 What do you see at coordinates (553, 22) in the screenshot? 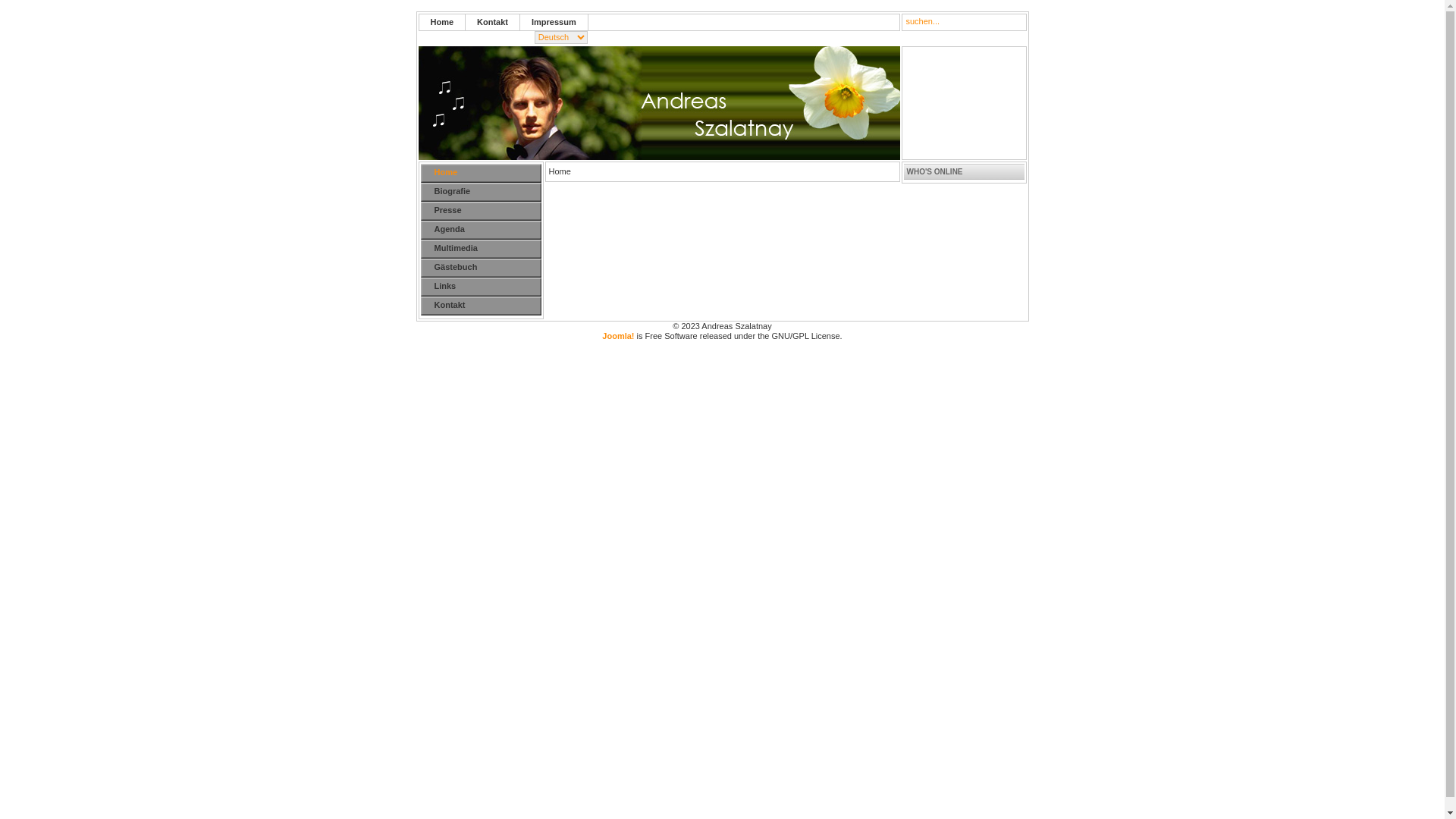
I see `'Impressum'` at bounding box center [553, 22].